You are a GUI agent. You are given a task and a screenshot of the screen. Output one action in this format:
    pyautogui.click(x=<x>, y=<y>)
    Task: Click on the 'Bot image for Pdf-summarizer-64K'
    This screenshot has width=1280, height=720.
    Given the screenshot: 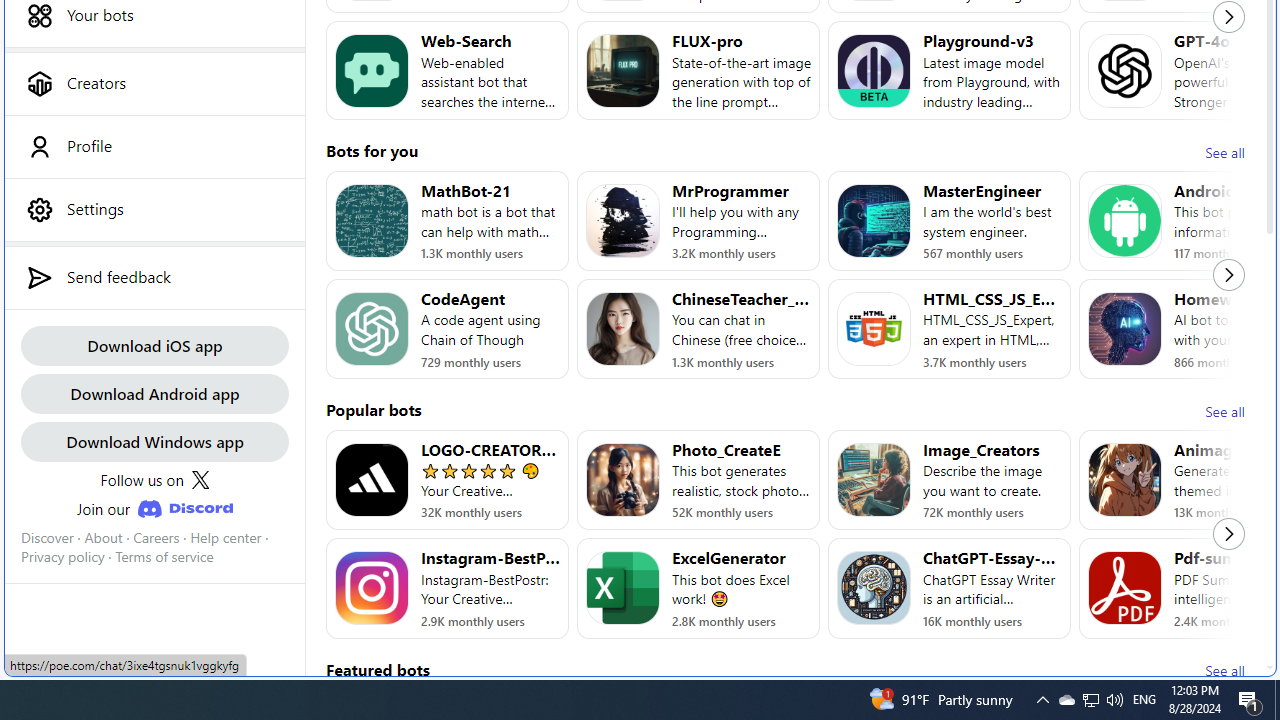 What is the action you would take?
    pyautogui.click(x=1125, y=587)
    